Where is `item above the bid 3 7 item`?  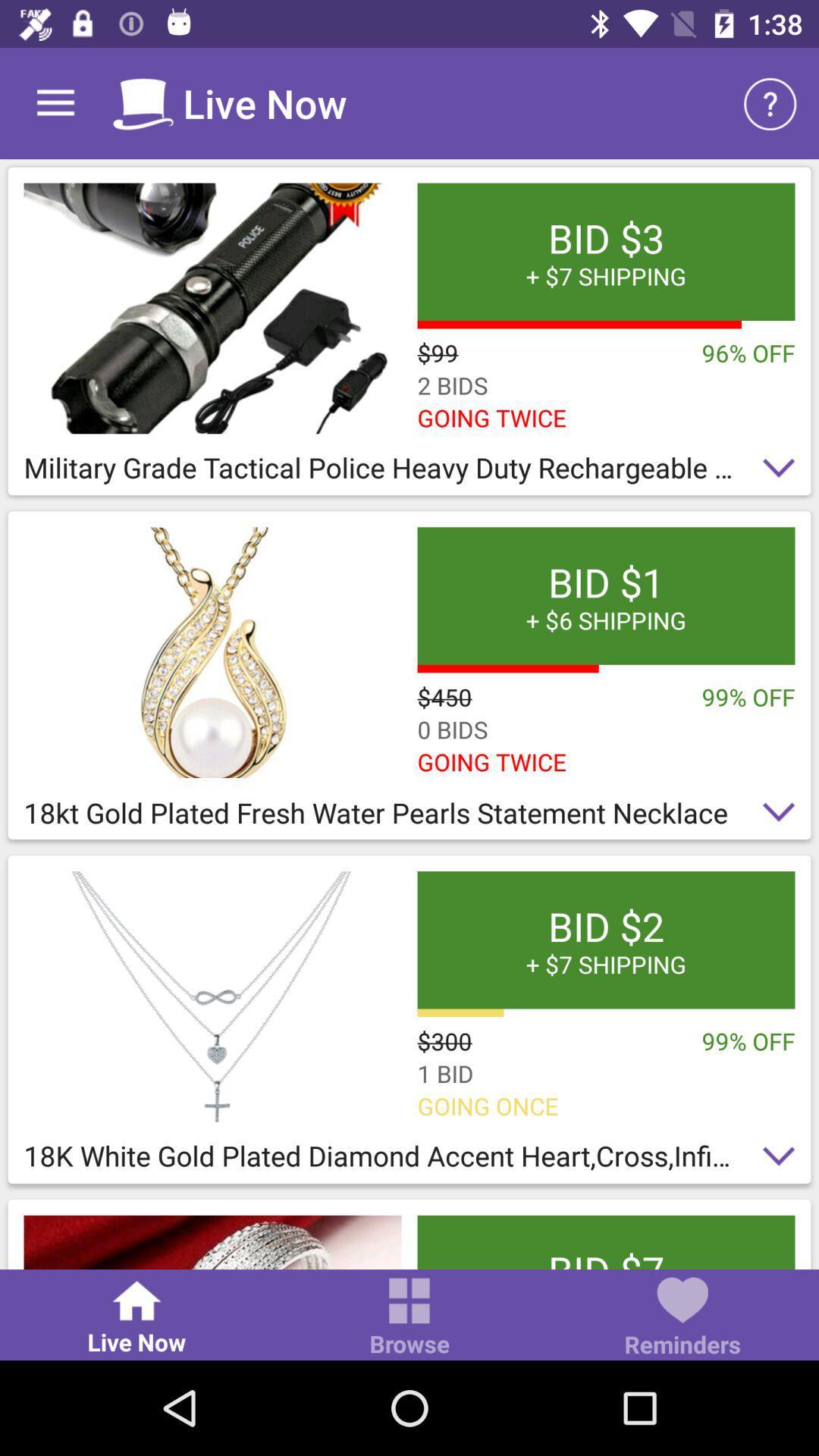
item above the bid 3 7 item is located at coordinates (771, 102).